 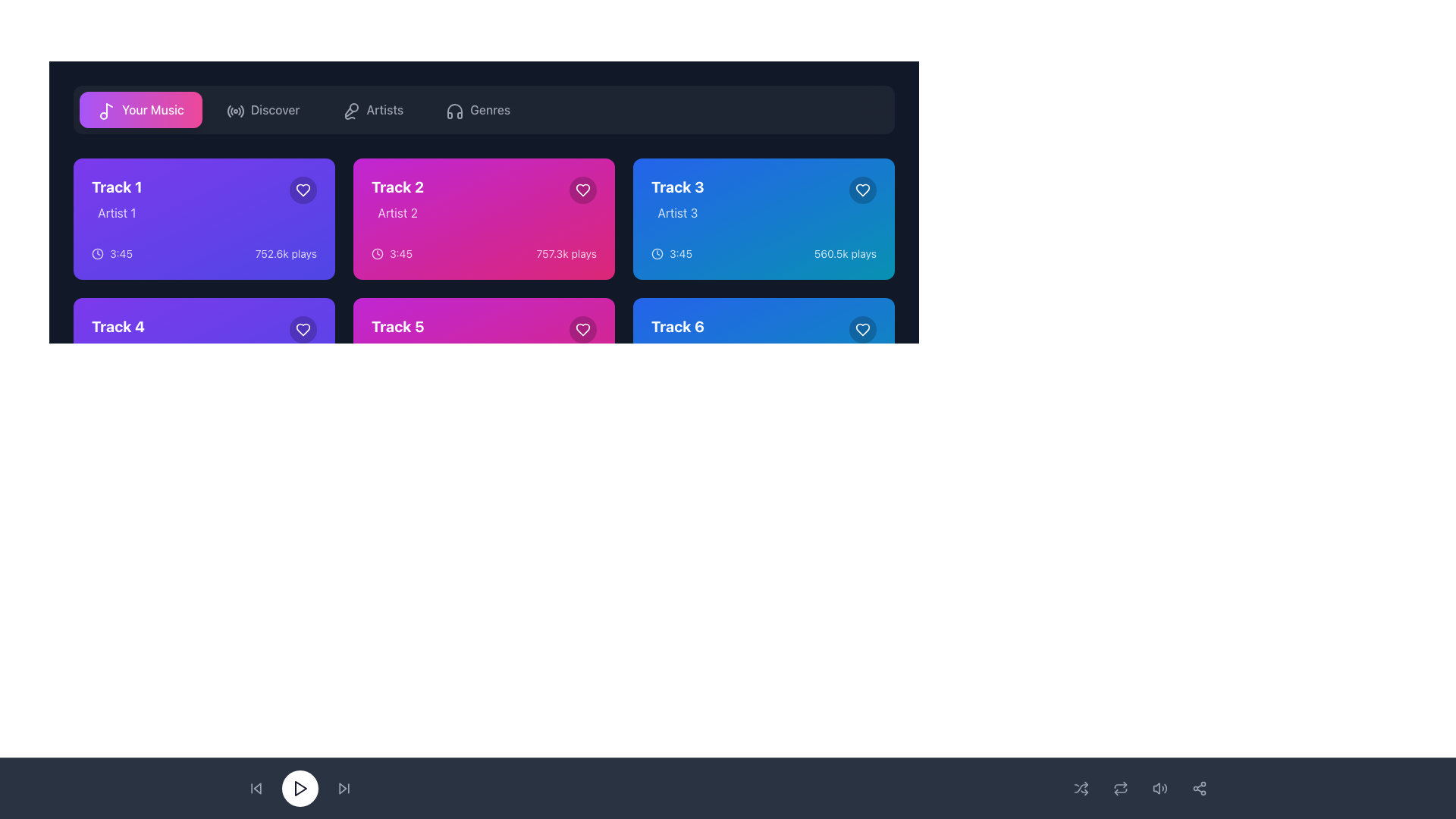 What do you see at coordinates (862, 189) in the screenshot?
I see `the heart icon located in the top-right corner of the 'Track 3' card to mark it as a favorite` at bounding box center [862, 189].